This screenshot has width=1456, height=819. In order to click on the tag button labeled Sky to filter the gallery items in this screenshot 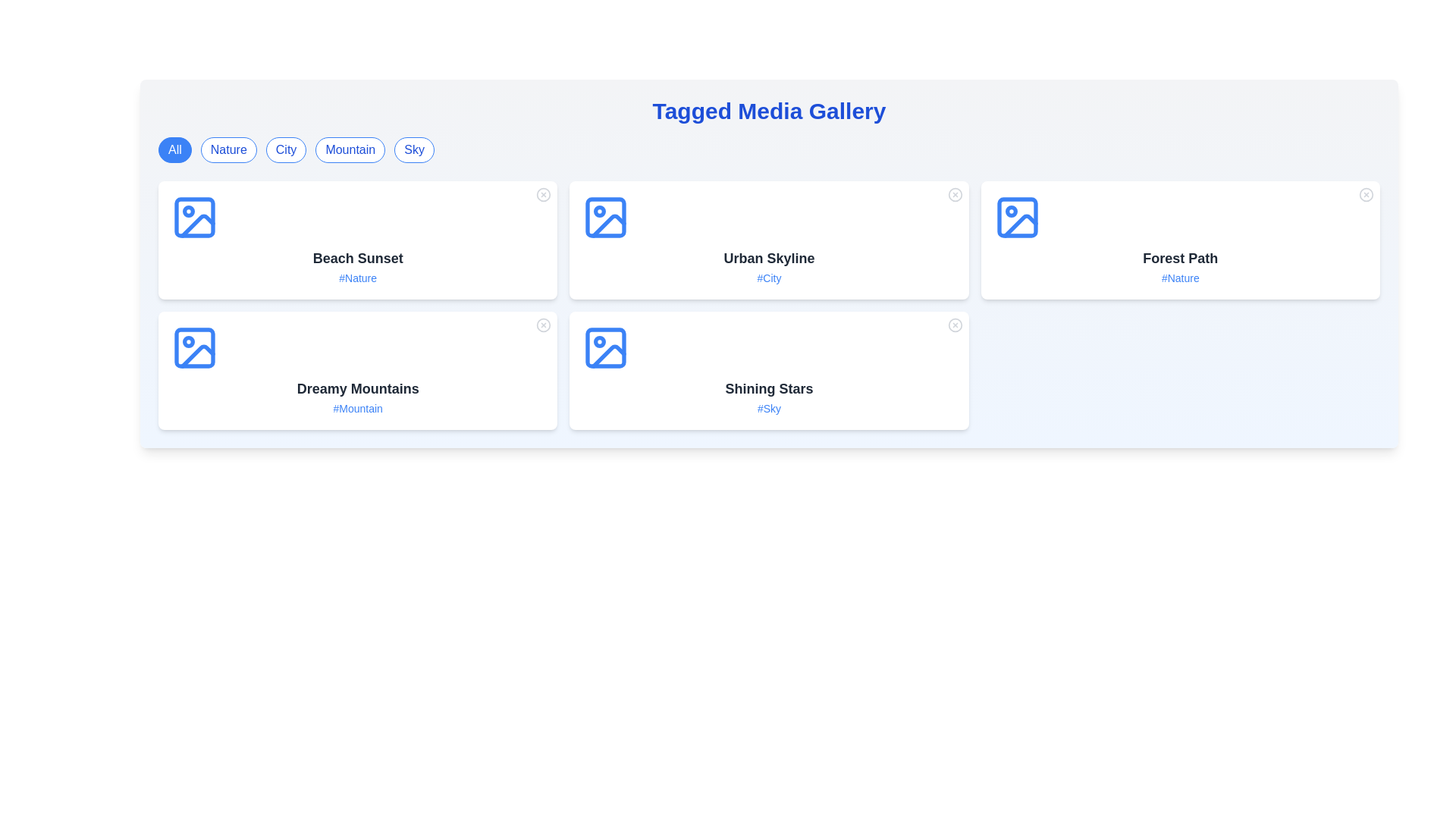, I will do `click(414, 149)`.